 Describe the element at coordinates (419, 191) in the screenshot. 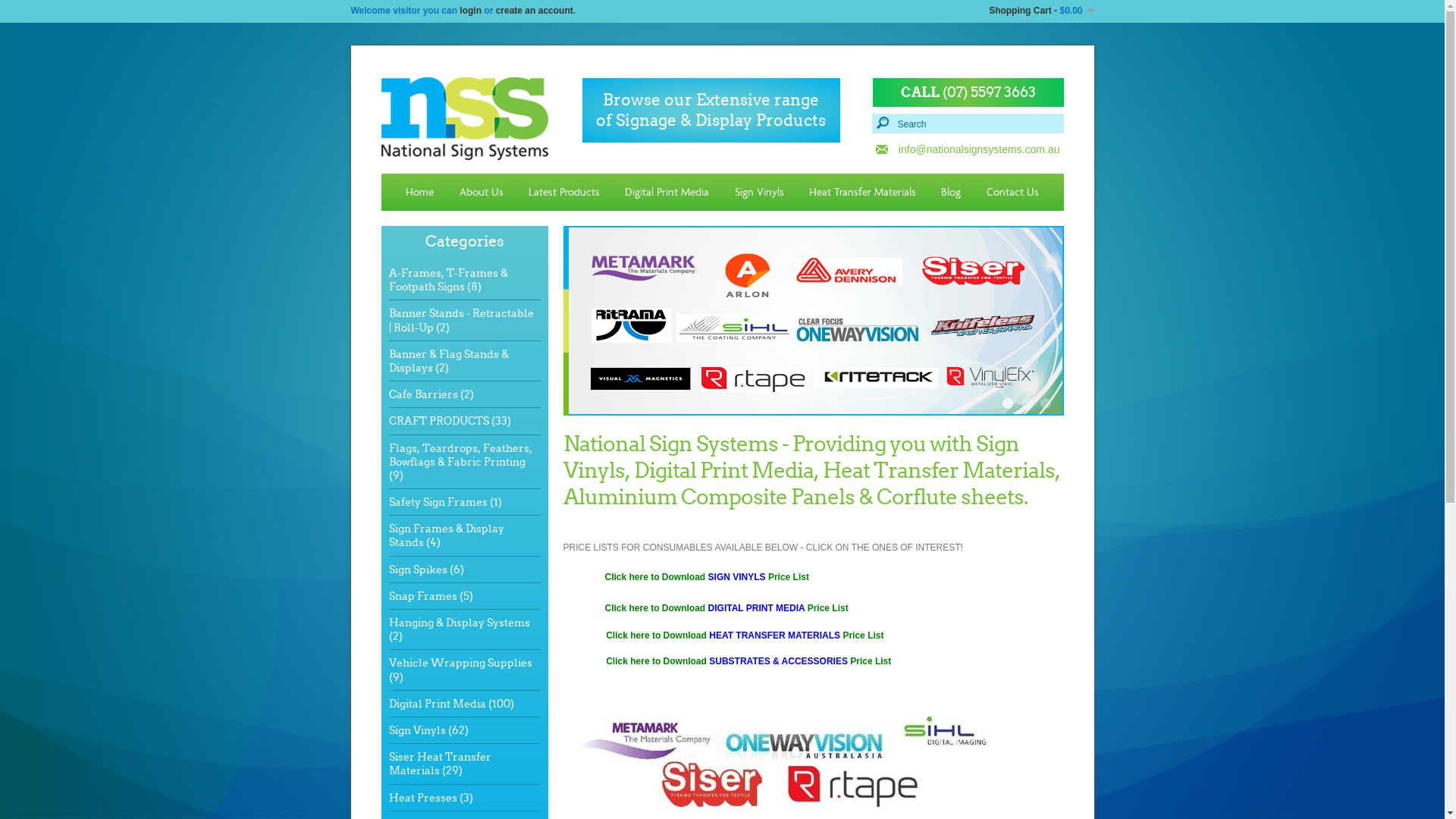

I see `'Home'` at that location.